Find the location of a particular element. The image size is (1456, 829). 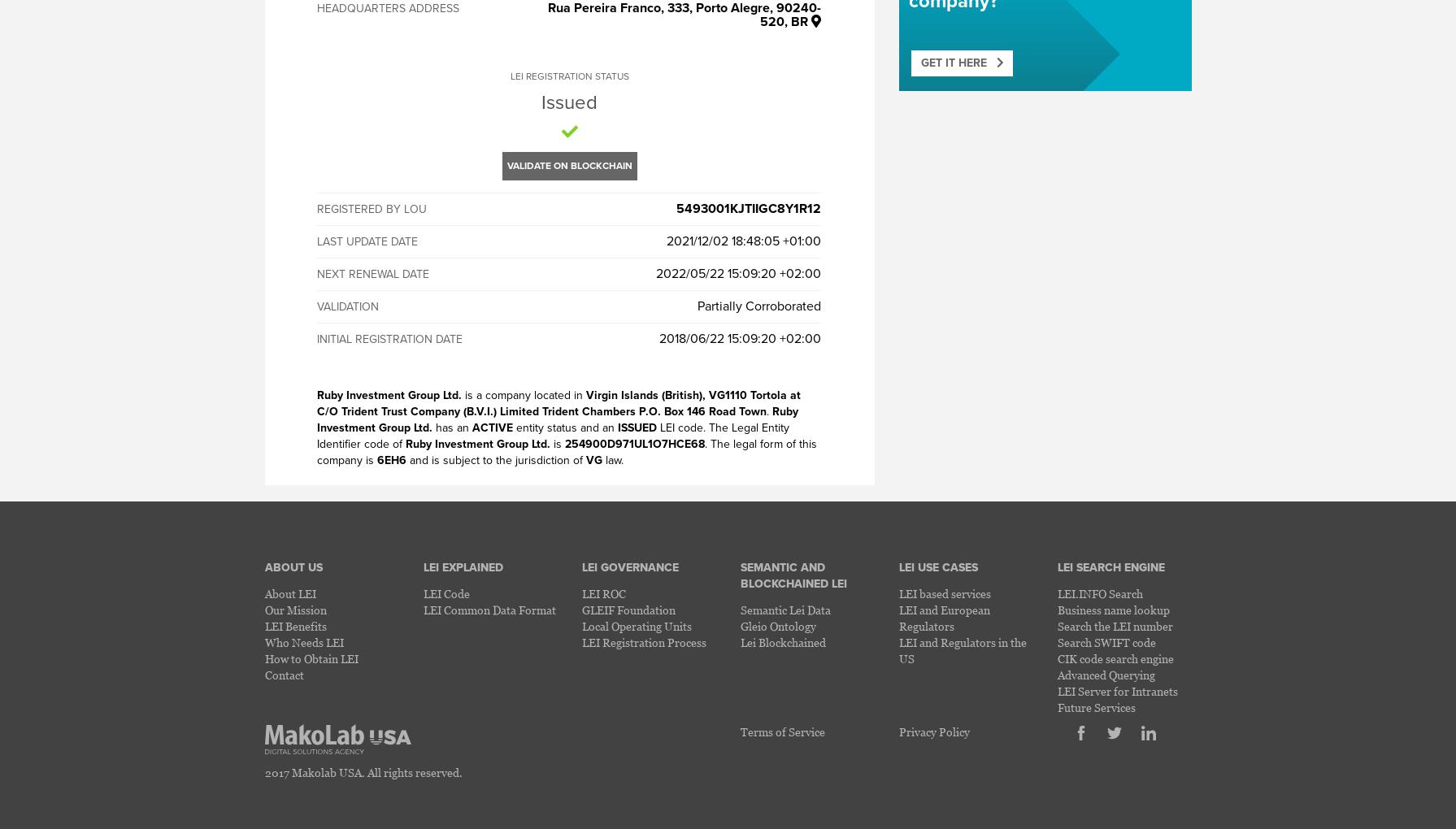

'Search SWIFT code' is located at coordinates (1105, 641).